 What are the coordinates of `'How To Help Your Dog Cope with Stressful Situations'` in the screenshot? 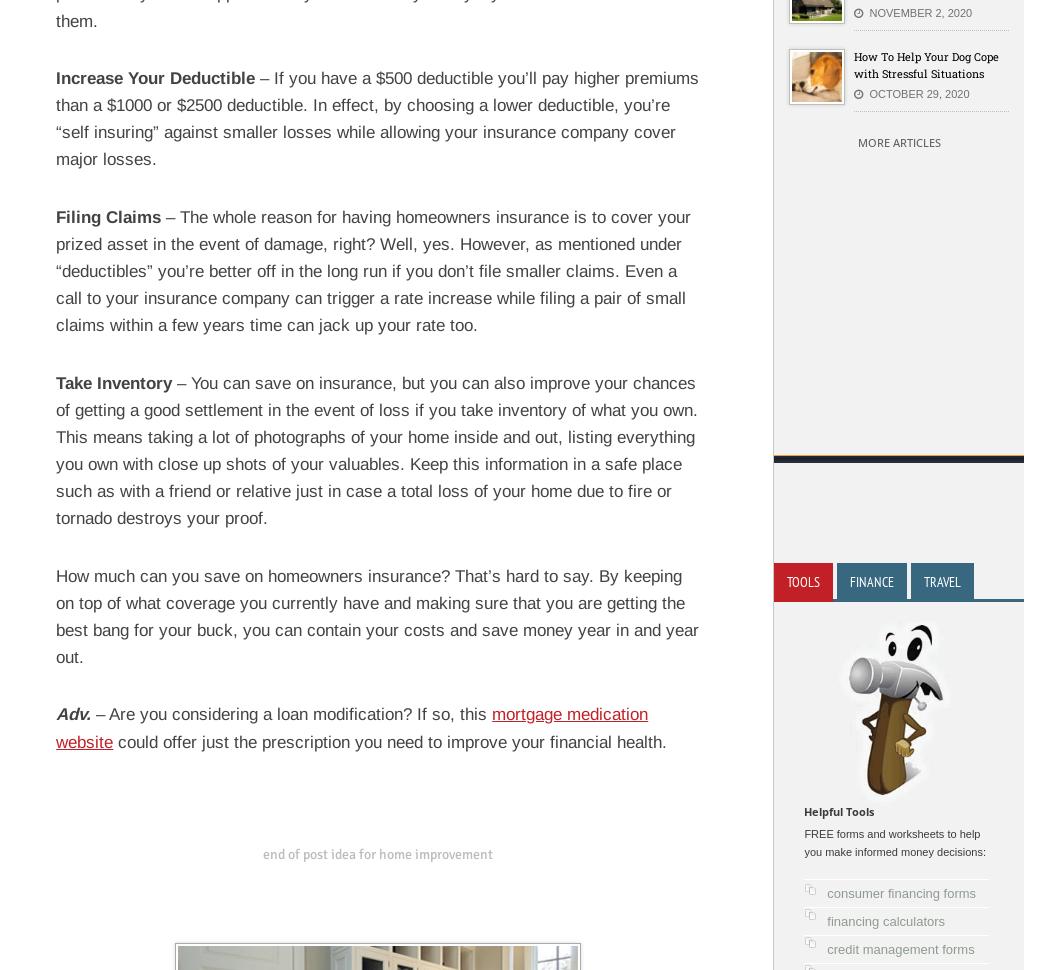 It's located at (926, 63).